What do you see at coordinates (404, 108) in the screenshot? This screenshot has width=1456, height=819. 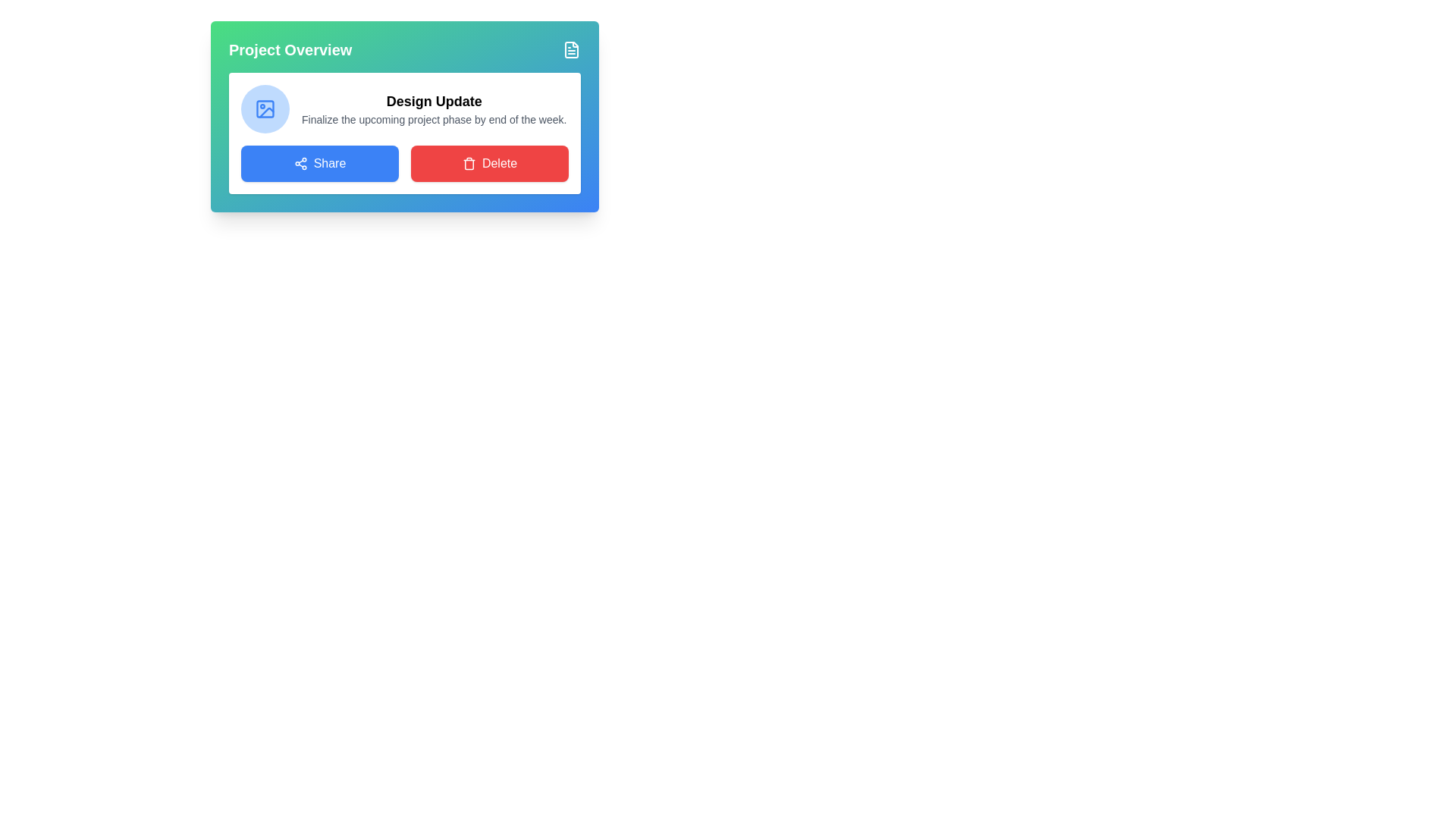 I see `the Content Display Section titled 'Design Update' that contains the text 'Finalize the upcoming project phase by end of the week.' and a blue circular icon` at bounding box center [404, 108].